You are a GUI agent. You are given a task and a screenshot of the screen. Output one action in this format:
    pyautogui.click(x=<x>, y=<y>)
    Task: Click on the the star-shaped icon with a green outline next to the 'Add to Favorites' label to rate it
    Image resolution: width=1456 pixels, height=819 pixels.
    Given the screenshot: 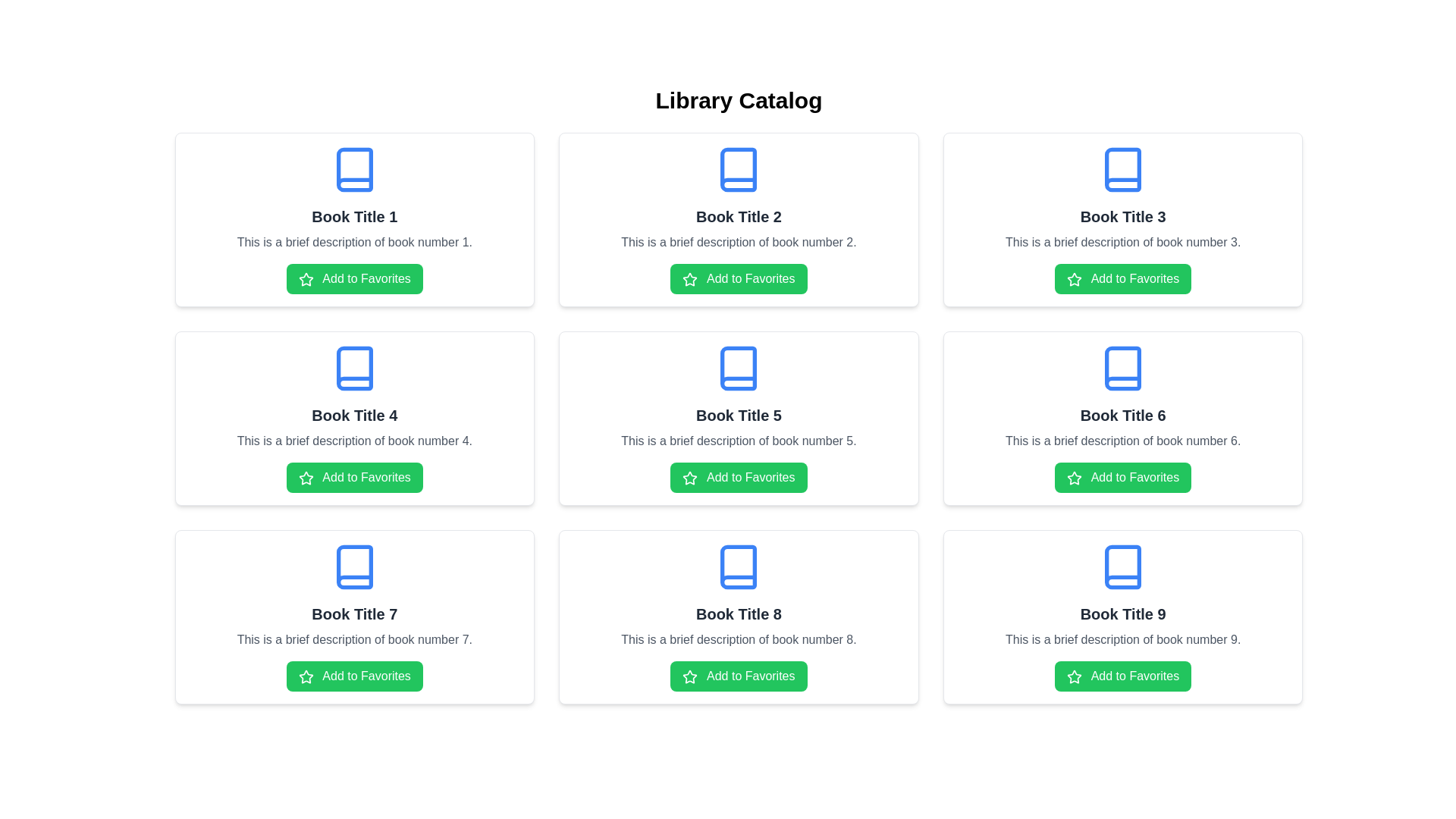 What is the action you would take?
    pyautogui.click(x=1074, y=279)
    